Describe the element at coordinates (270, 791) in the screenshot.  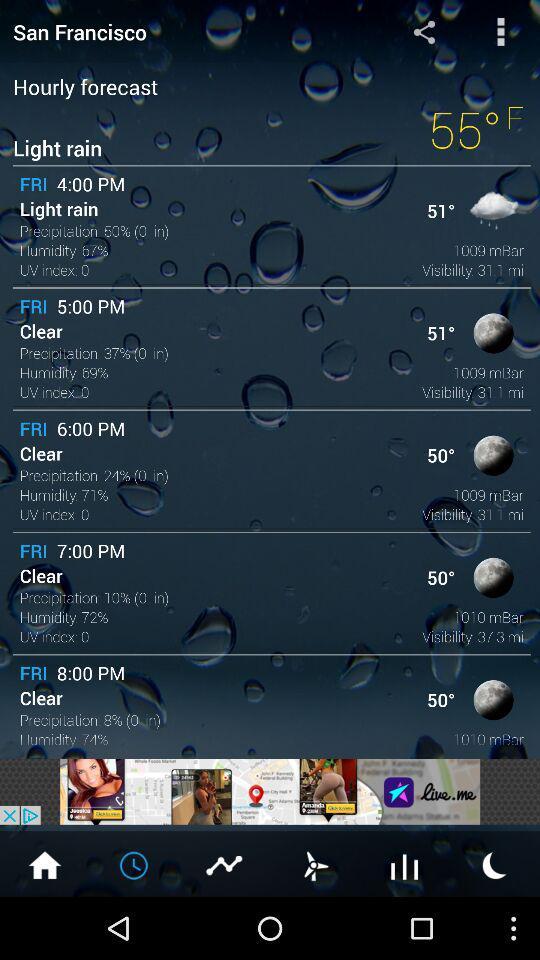
I see `advertisement space` at that location.